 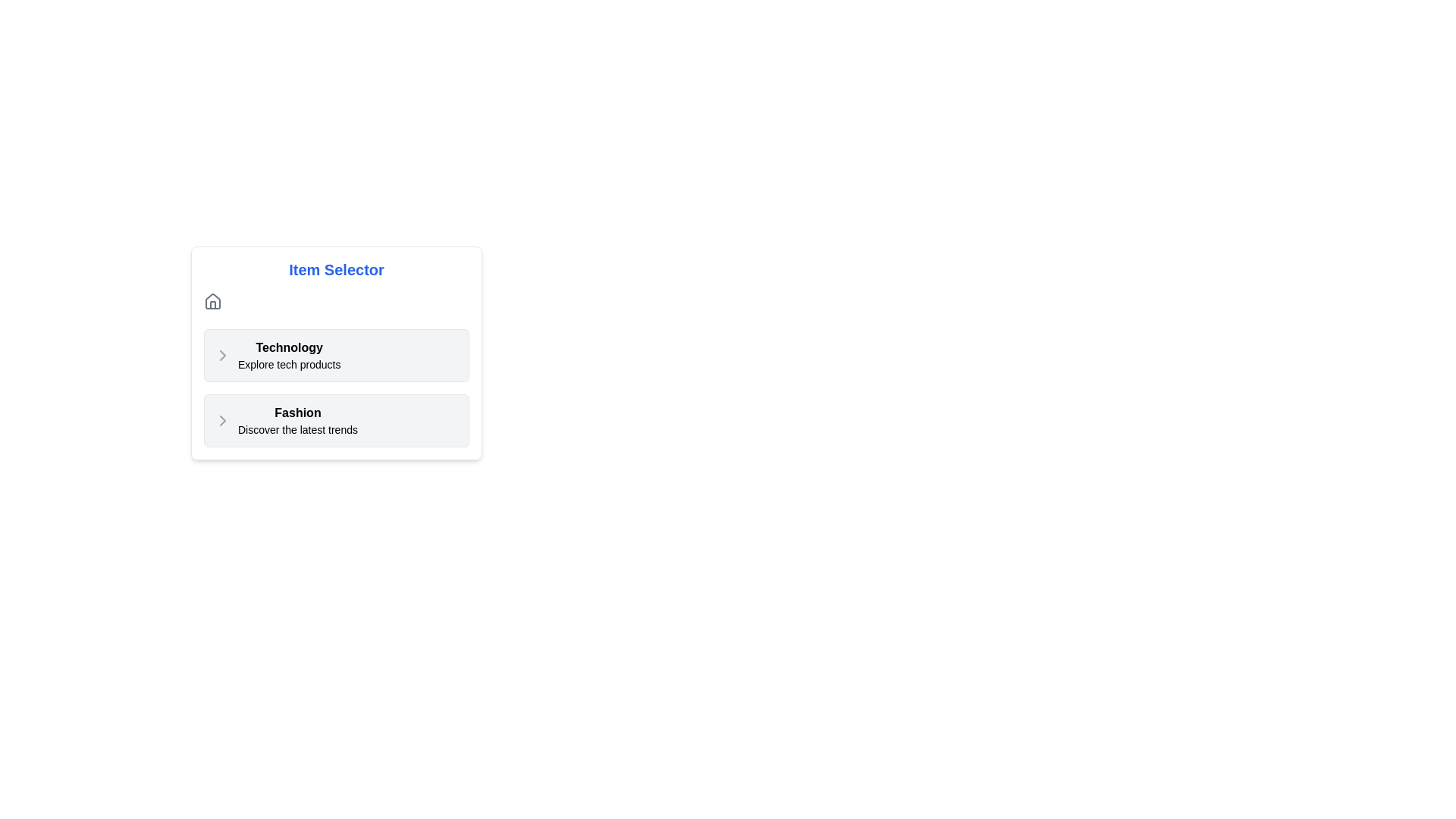 What do you see at coordinates (289, 365) in the screenshot?
I see `the Text Label that serves as a description for the 'Technology' item, located below the 'Technology' header and above the 'Fashion' item` at bounding box center [289, 365].